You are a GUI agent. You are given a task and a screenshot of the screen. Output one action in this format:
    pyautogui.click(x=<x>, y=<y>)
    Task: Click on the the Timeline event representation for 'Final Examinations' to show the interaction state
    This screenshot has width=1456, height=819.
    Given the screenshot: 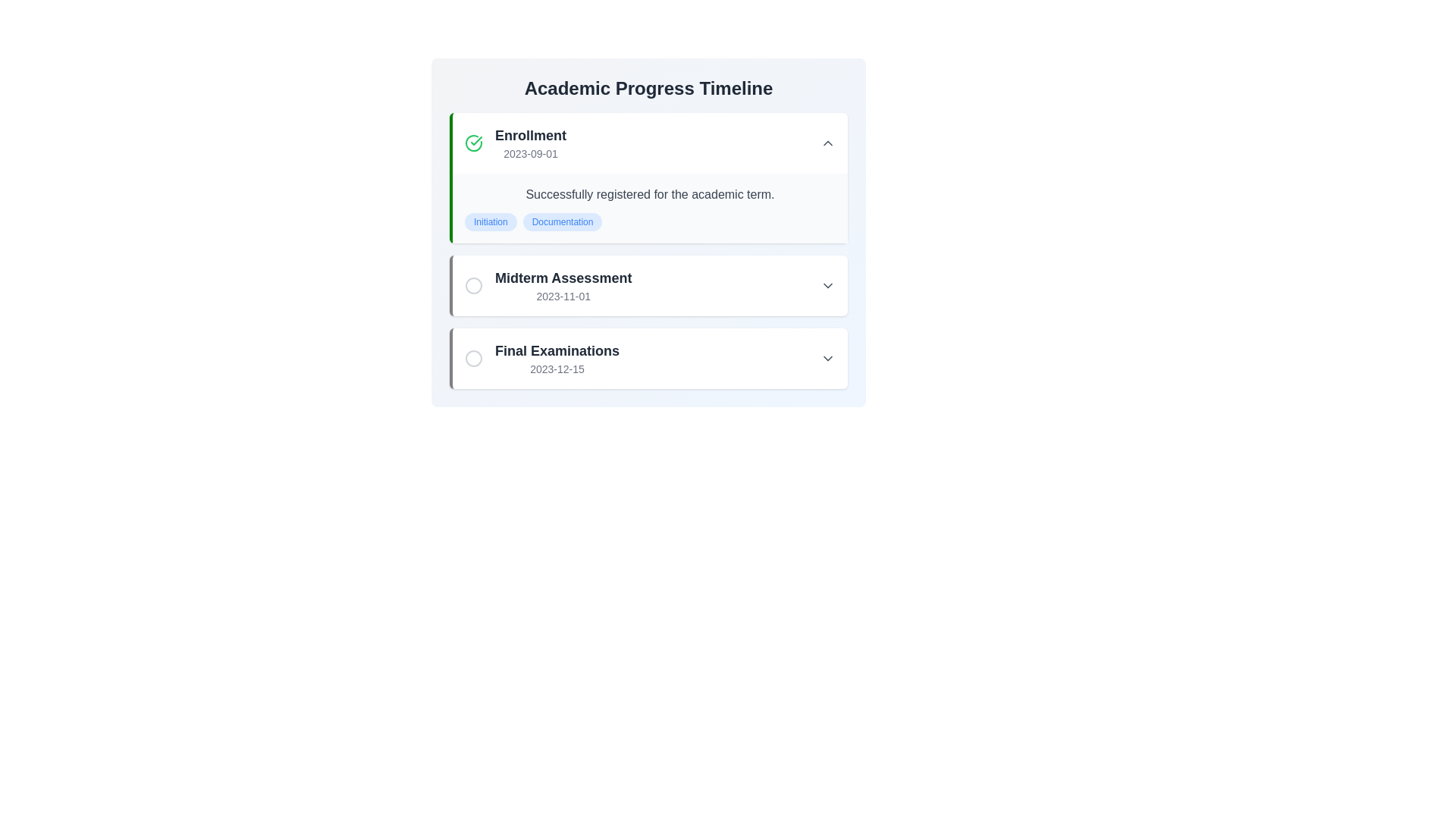 What is the action you would take?
    pyautogui.click(x=650, y=359)
    